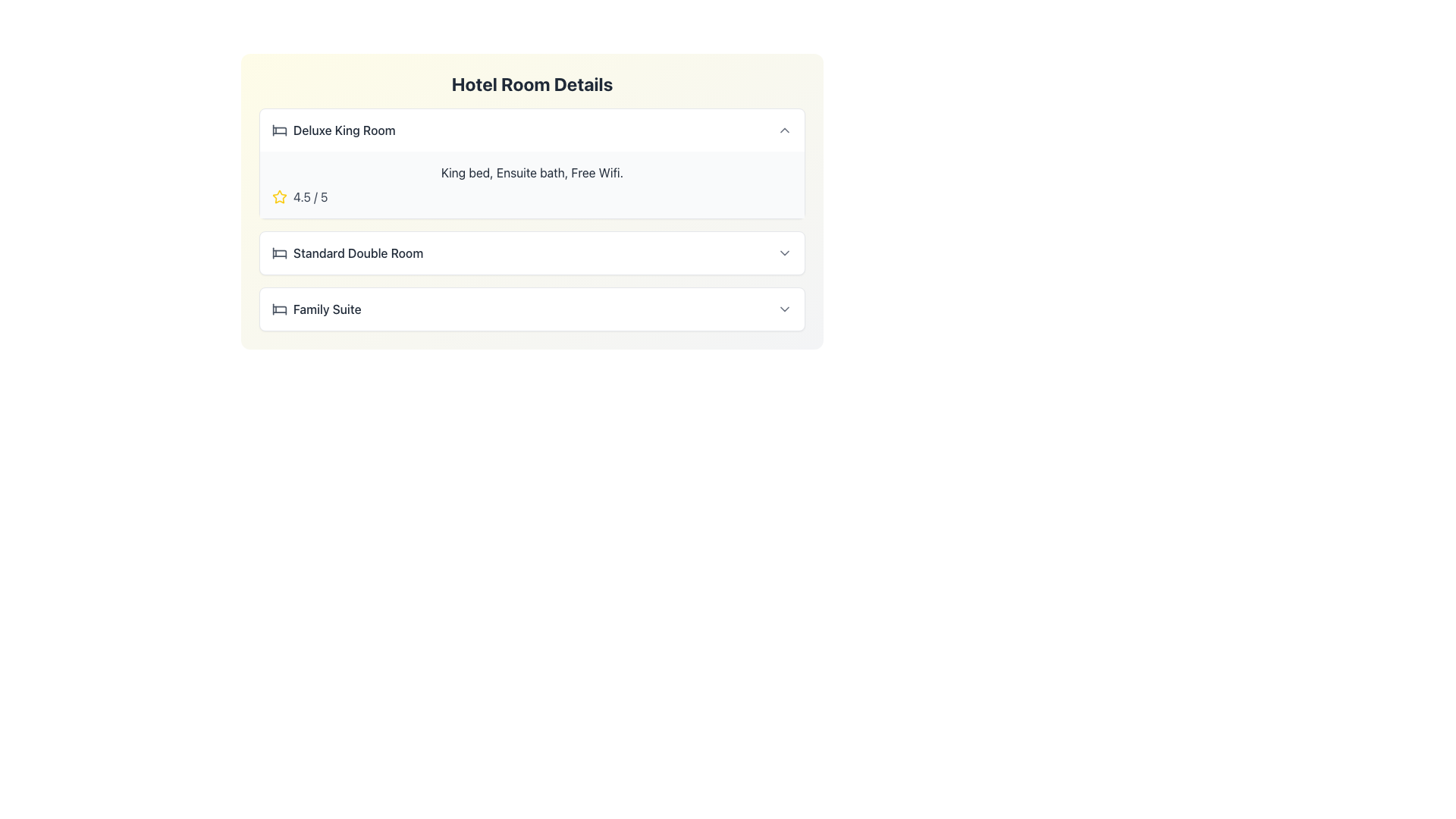  I want to click on the text label displaying 'Standard Double Room', so click(357, 253).